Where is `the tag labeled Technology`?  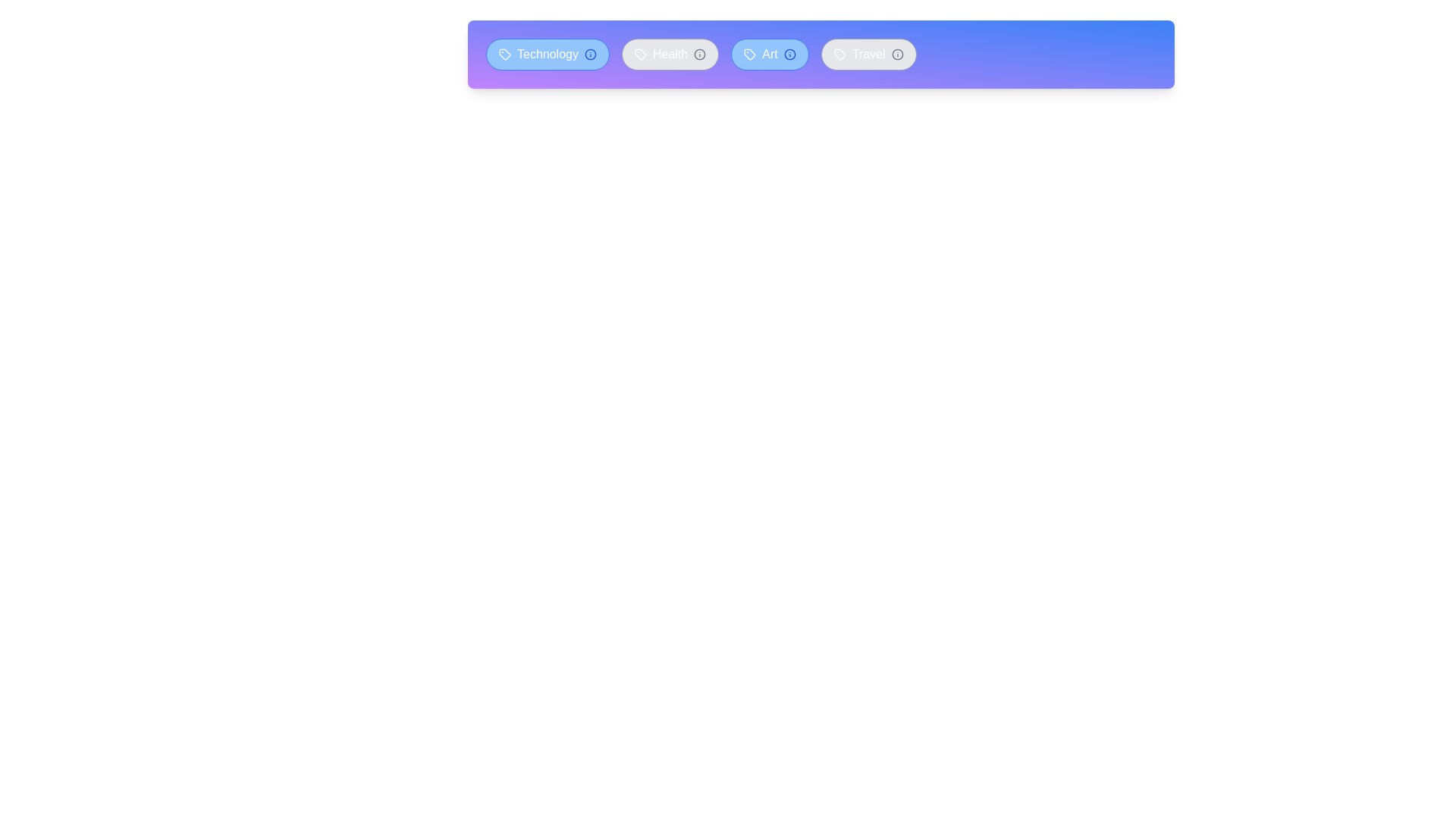 the tag labeled Technology is located at coordinates (546, 54).